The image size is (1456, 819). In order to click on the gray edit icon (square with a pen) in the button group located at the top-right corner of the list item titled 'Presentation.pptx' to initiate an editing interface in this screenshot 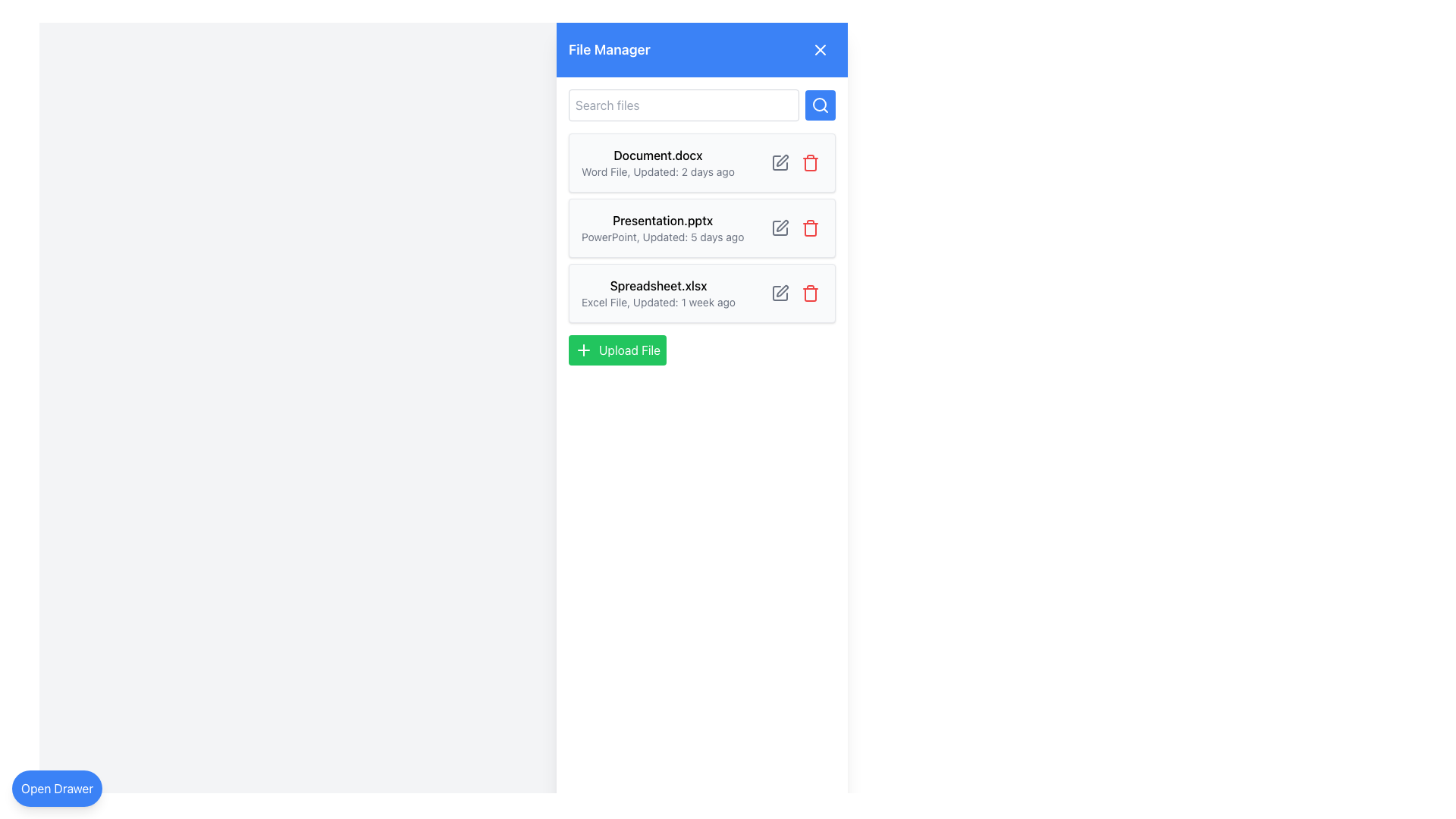, I will do `click(795, 227)`.